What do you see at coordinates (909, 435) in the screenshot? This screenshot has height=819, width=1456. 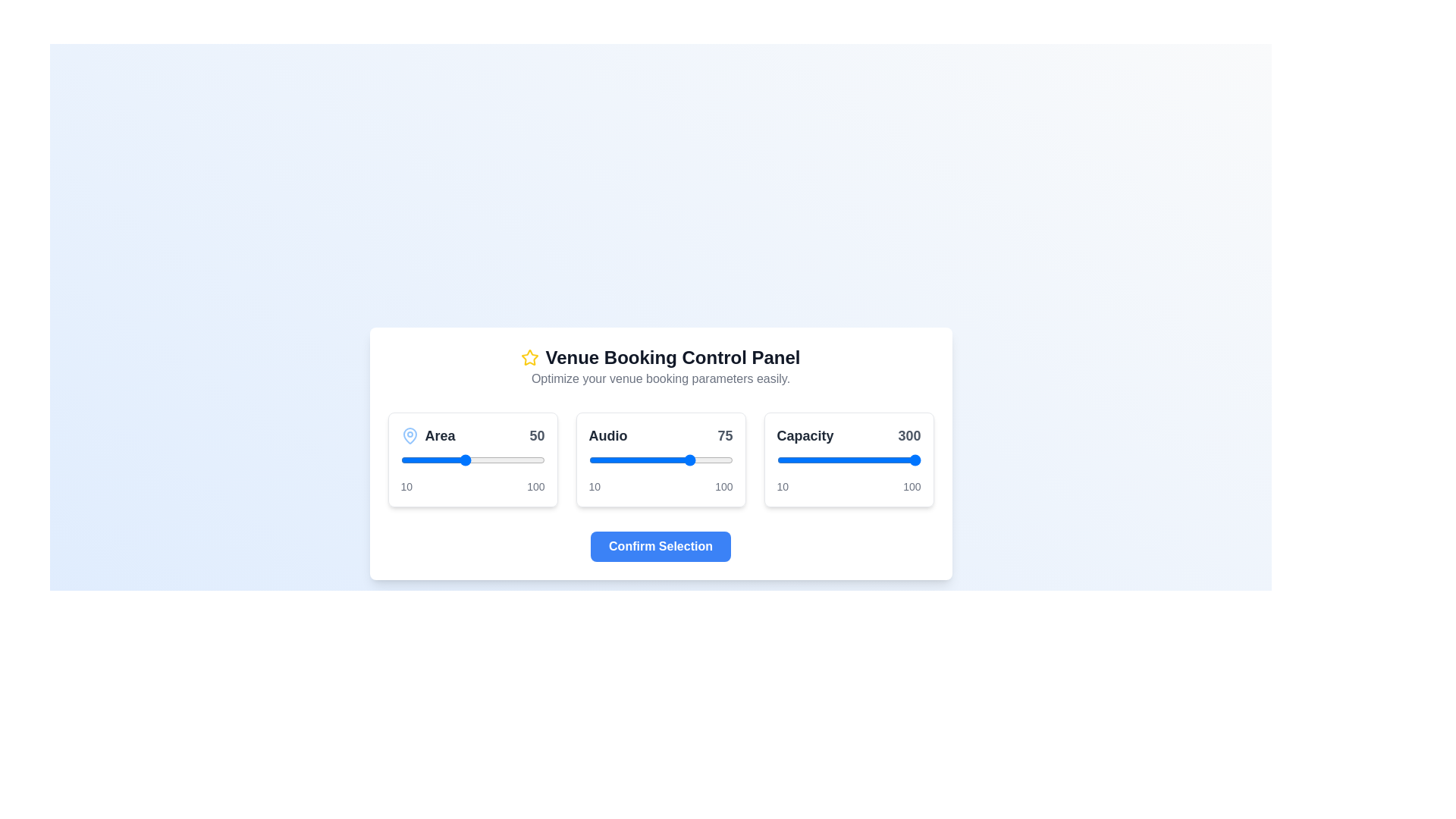 I see `the numeric text label displaying '300' in gray color, located at the far-right end of the 'Capacity' section` at bounding box center [909, 435].